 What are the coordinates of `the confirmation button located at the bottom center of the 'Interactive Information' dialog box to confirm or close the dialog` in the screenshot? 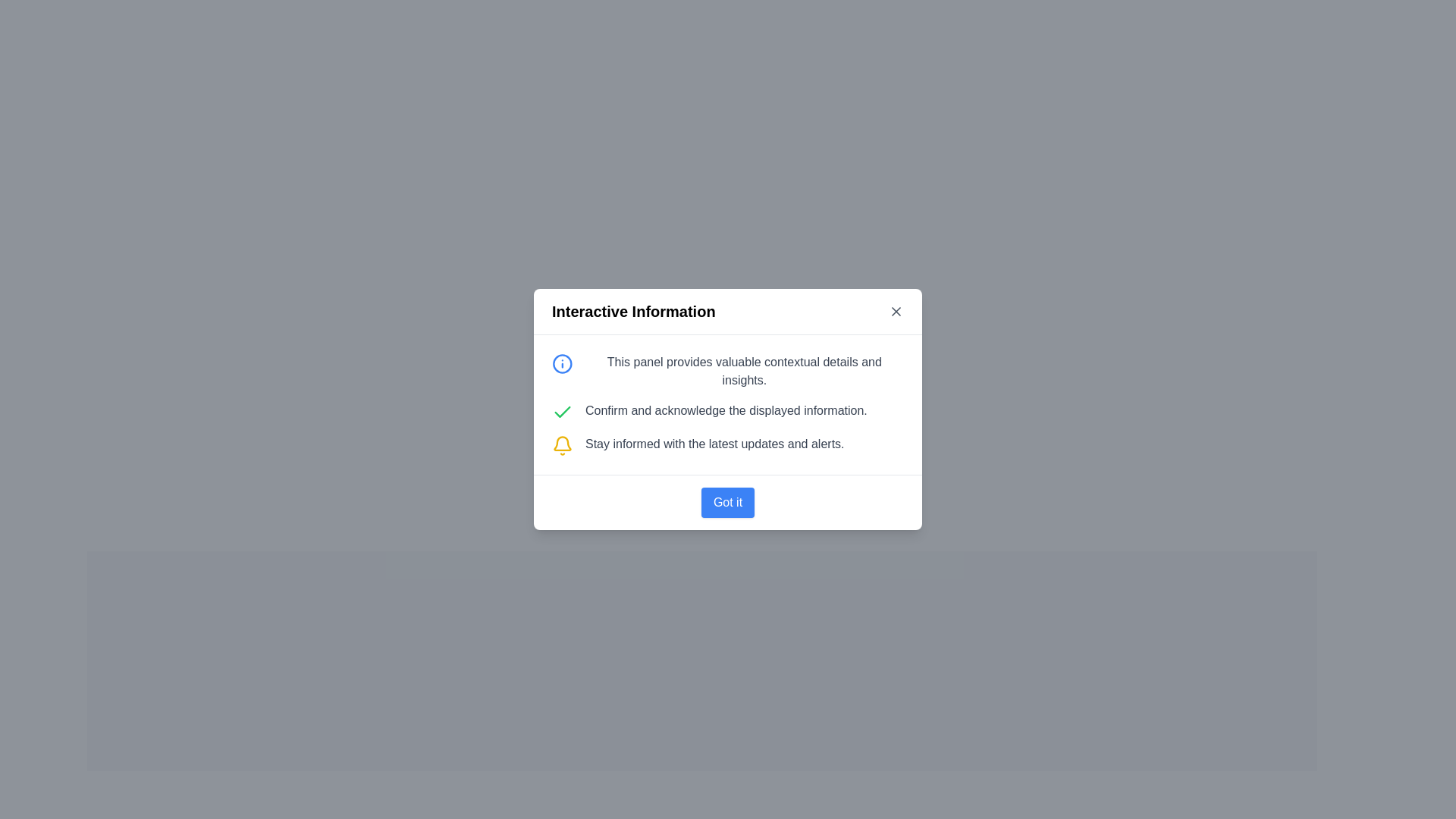 It's located at (728, 502).